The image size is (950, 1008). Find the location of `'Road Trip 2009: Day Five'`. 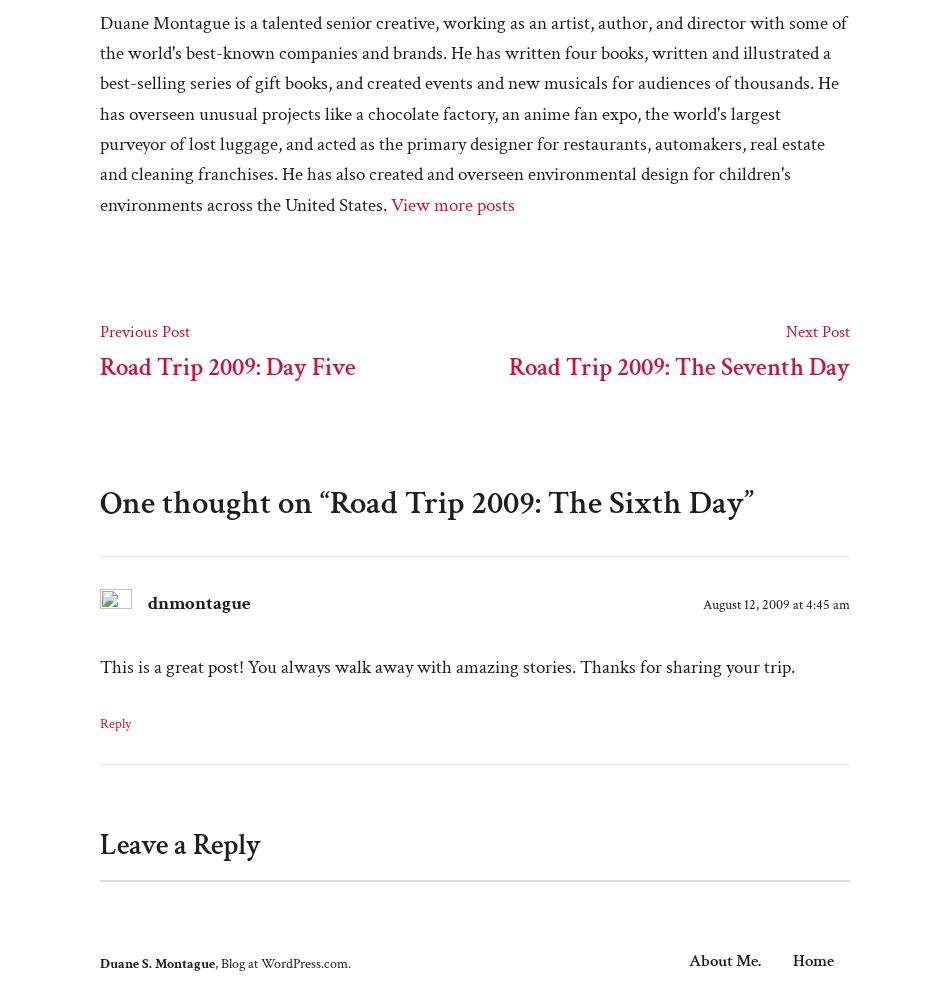

'Road Trip 2009: Day Five' is located at coordinates (228, 366).